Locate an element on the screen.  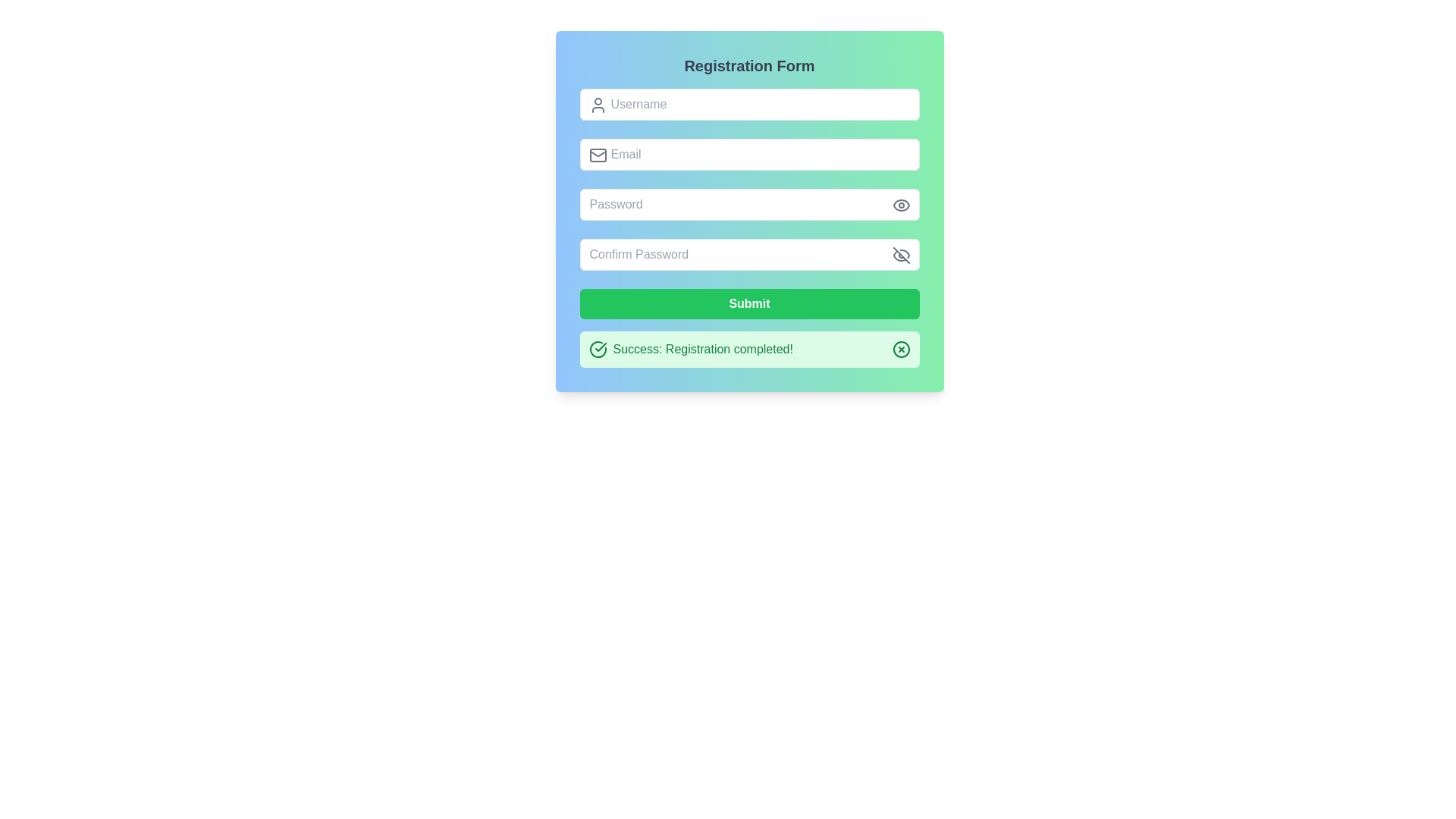
the green circular icon with a checkmark, which is the first item to the left in the notification message box located below the 'Submit' button is located at coordinates (597, 350).